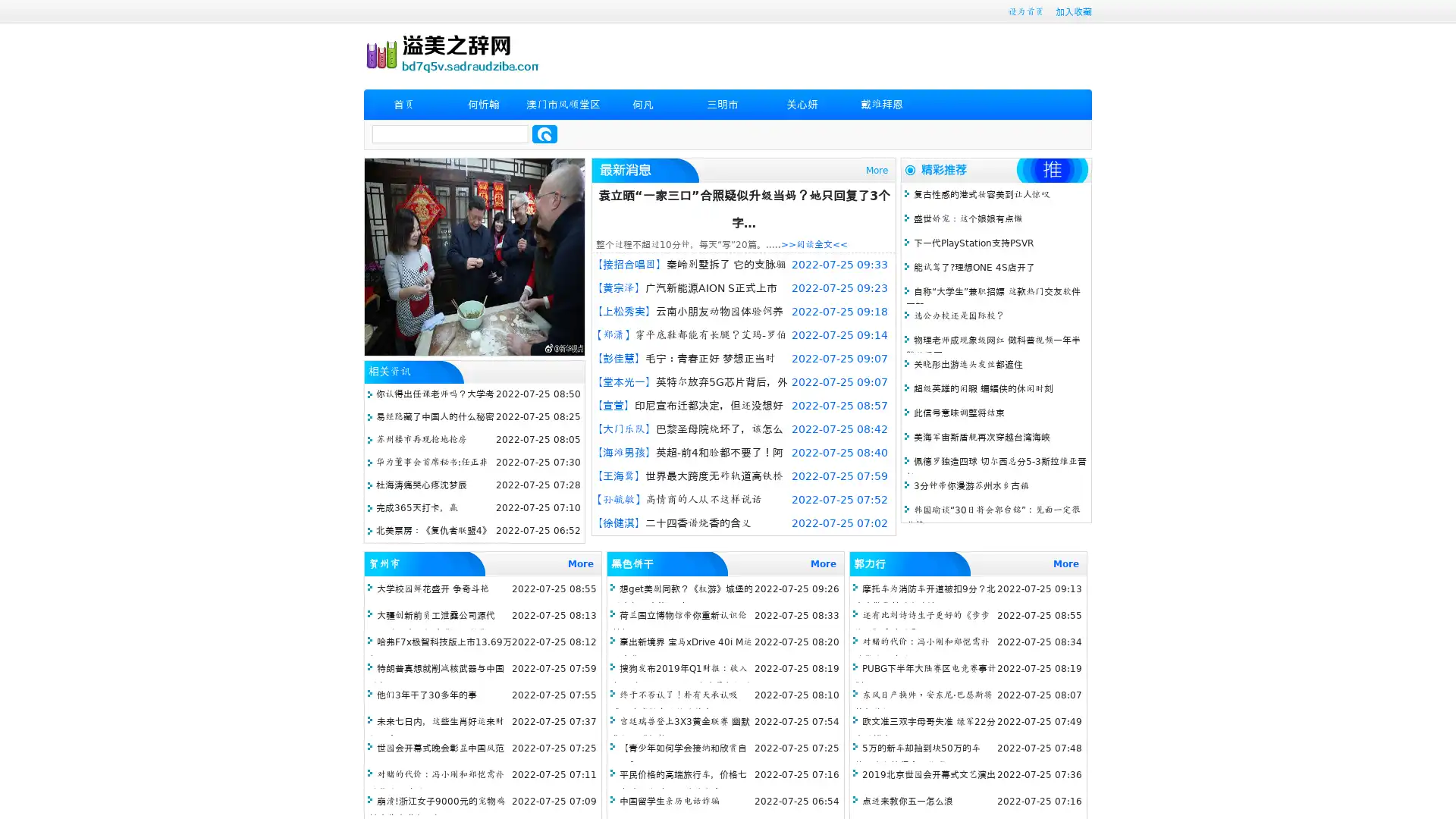 The height and width of the screenshot is (819, 1456). Describe the element at coordinates (544, 133) in the screenshot. I see `Search` at that location.